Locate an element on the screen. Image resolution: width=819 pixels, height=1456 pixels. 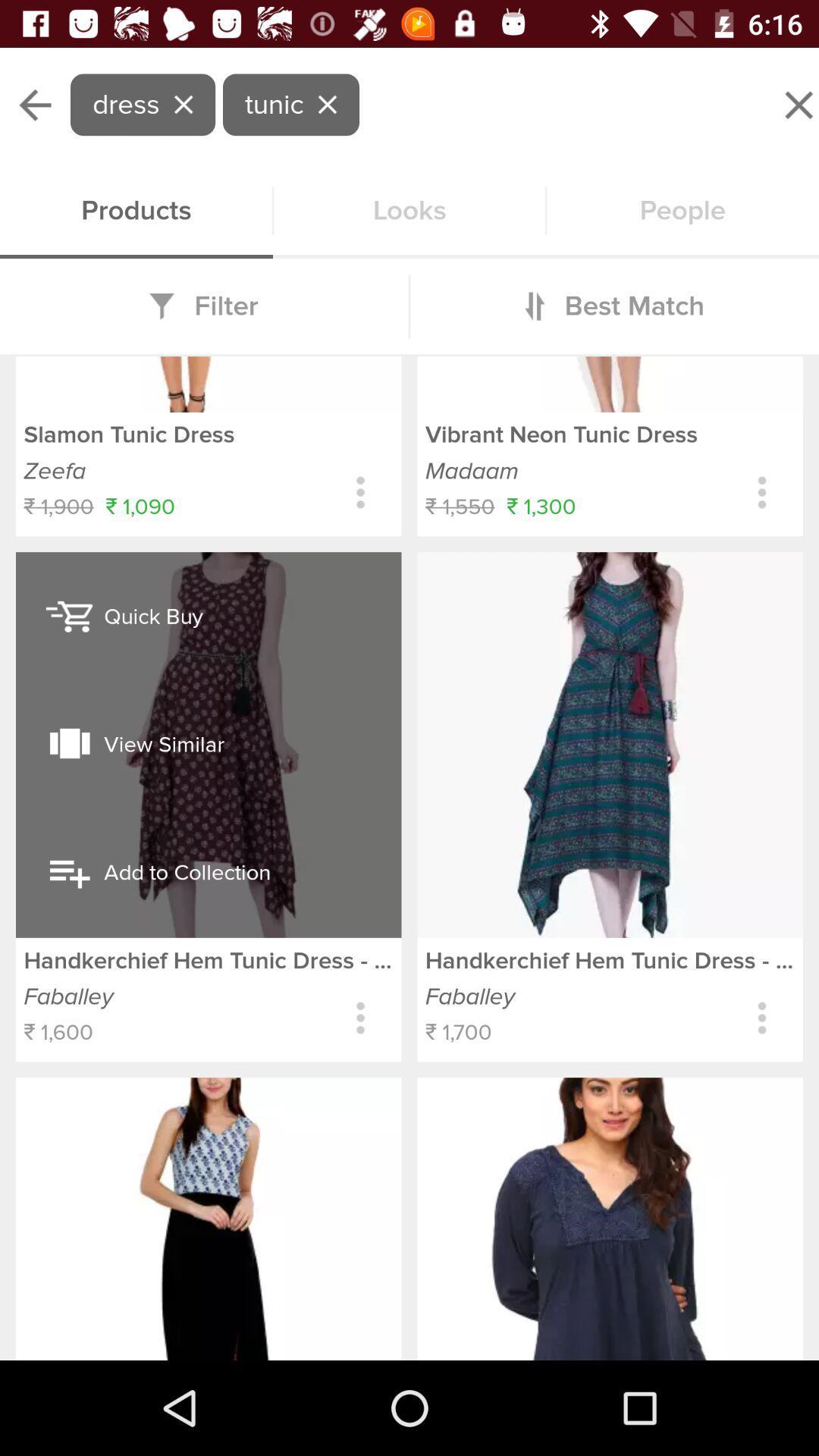
the first image in second row is located at coordinates (209, 1219).